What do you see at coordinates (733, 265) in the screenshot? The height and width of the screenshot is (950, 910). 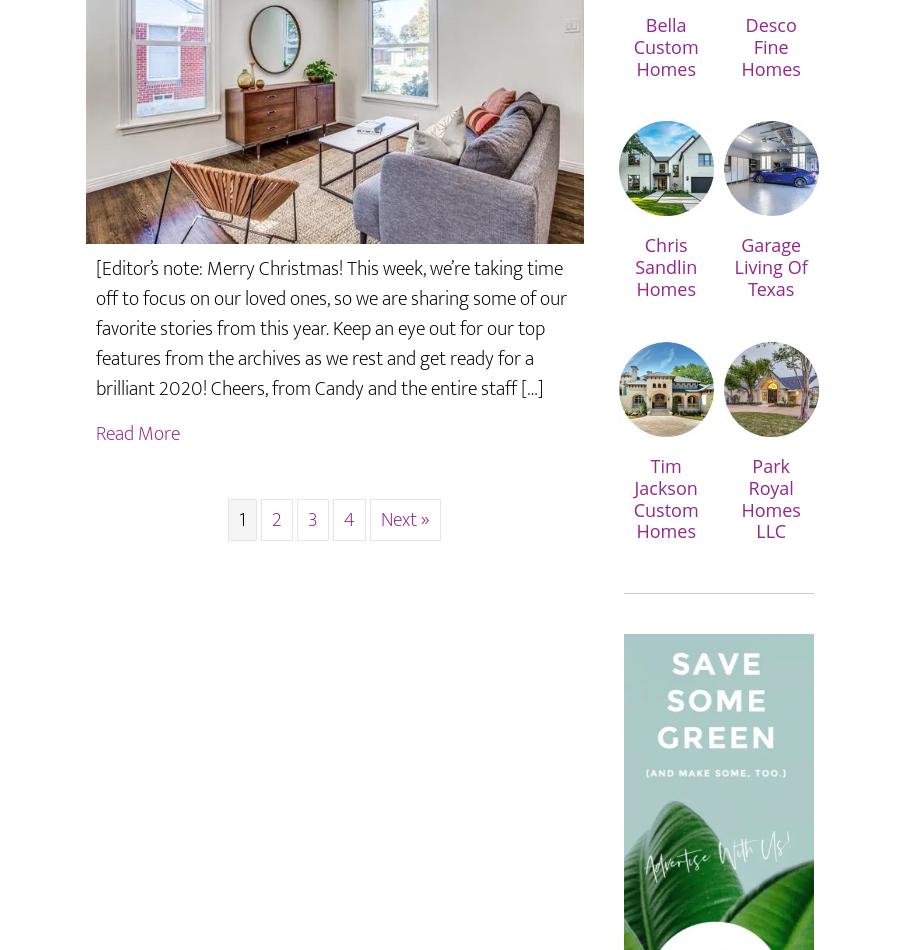 I see `'Garage Living Of Texas'` at bounding box center [733, 265].